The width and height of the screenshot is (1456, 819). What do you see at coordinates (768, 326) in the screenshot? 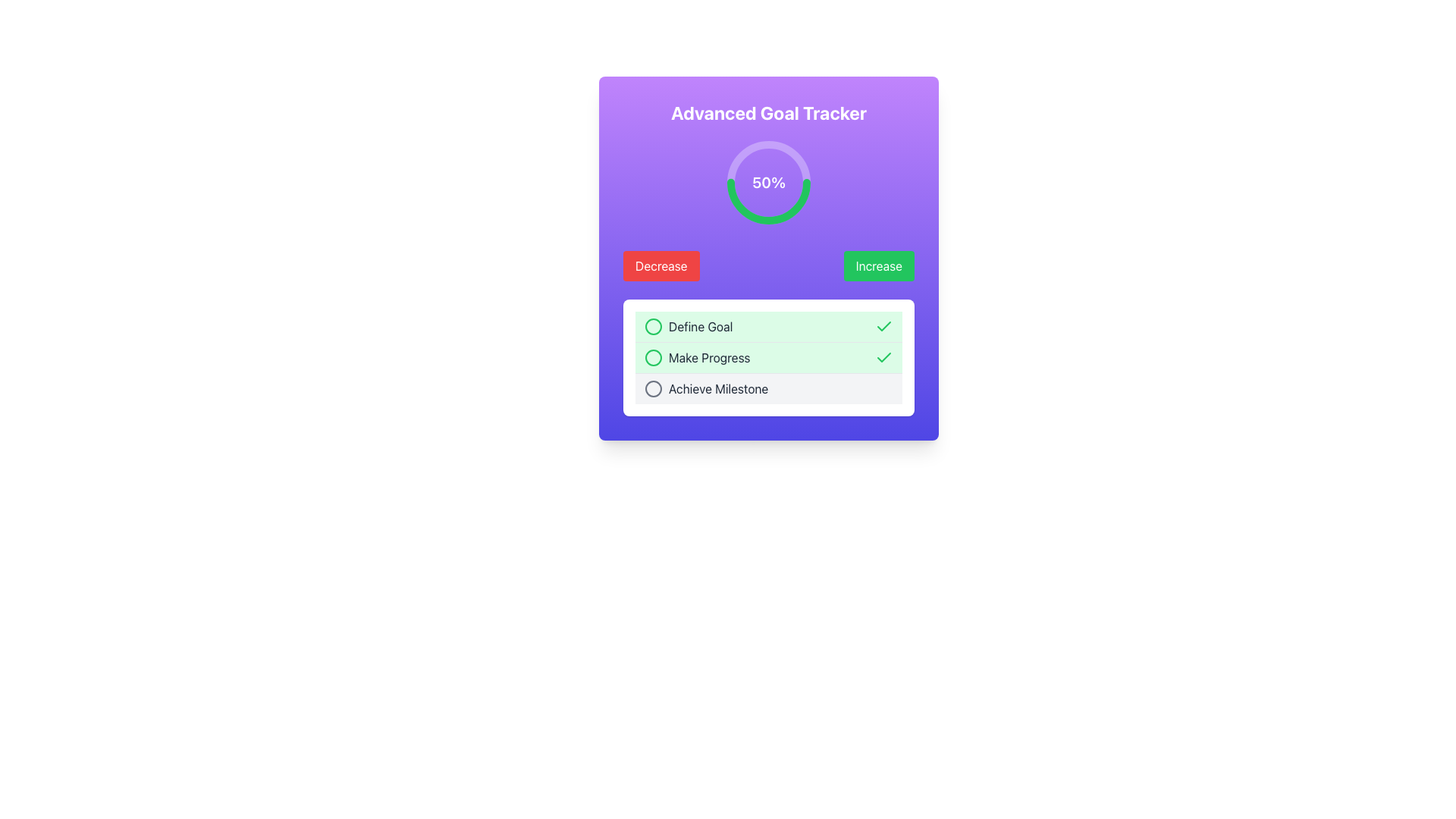
I see `the first task item labeled 'Define Goal', which visually indicates its completion with a green circle and checkmark` at bounding box center [768, 326].